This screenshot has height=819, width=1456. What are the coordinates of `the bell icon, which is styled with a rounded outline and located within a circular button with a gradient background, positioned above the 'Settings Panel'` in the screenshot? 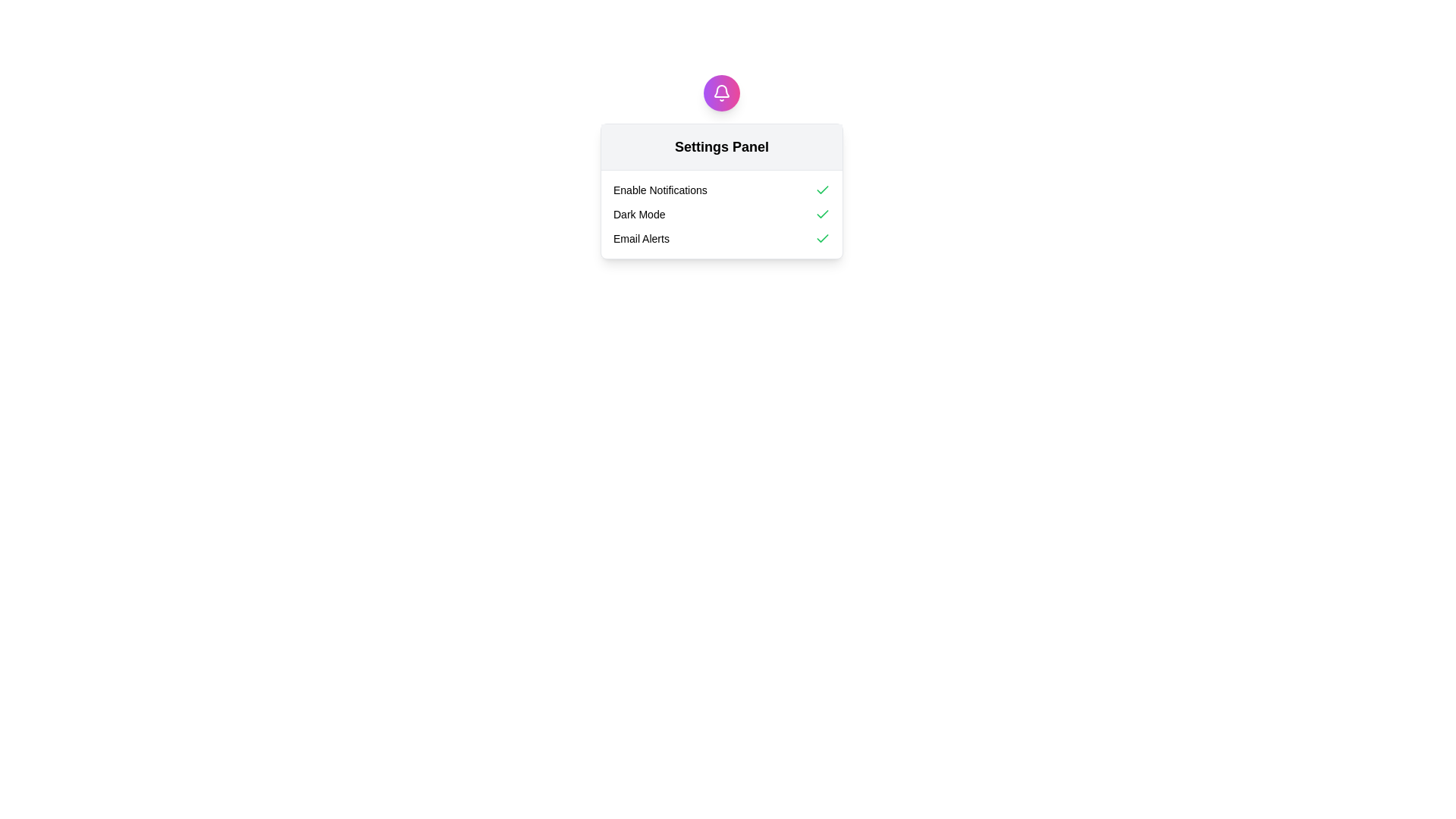 It's located at (720, 93).